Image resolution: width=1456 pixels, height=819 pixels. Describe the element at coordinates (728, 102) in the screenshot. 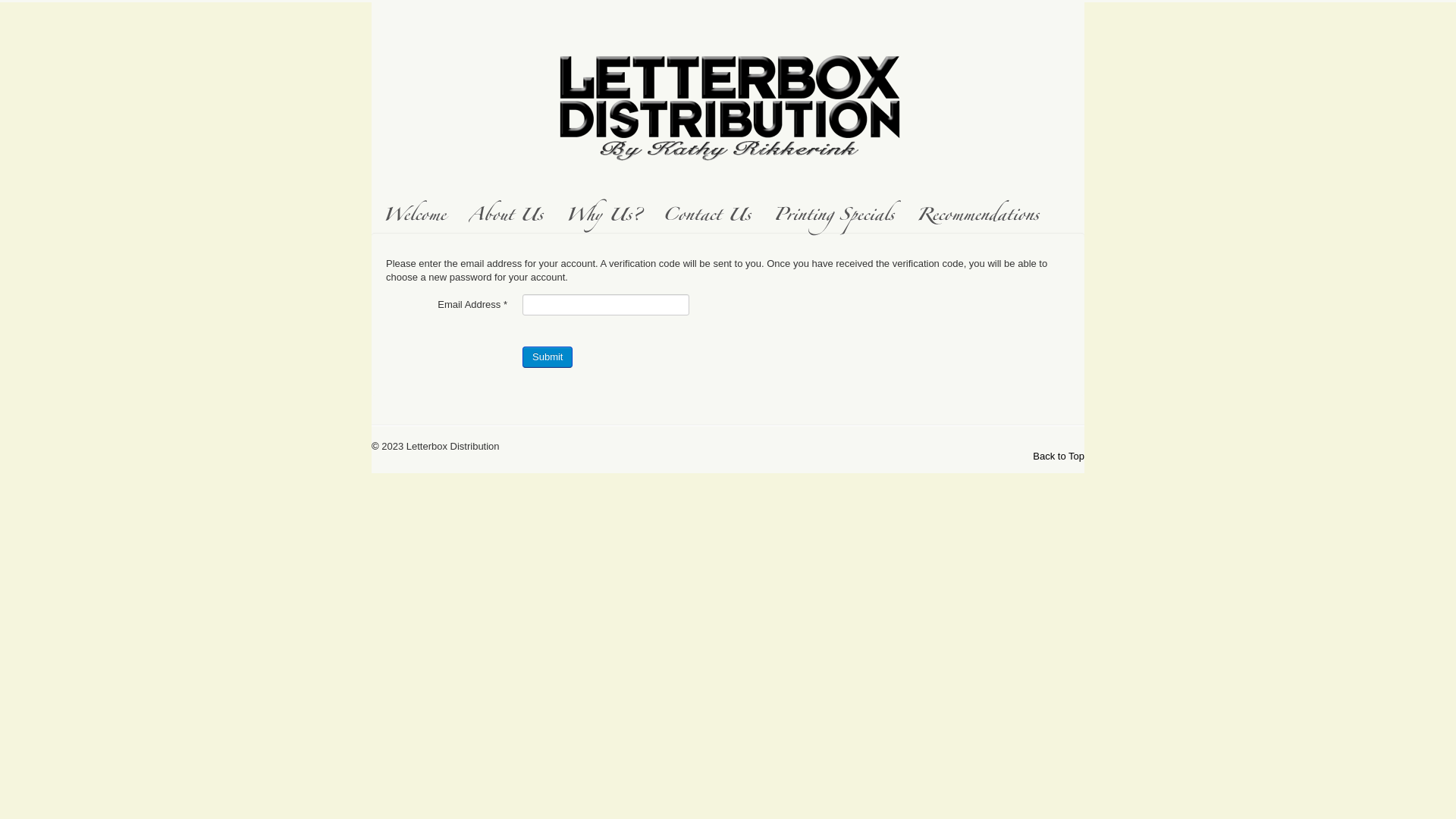

I see `'Logo'` at that location.